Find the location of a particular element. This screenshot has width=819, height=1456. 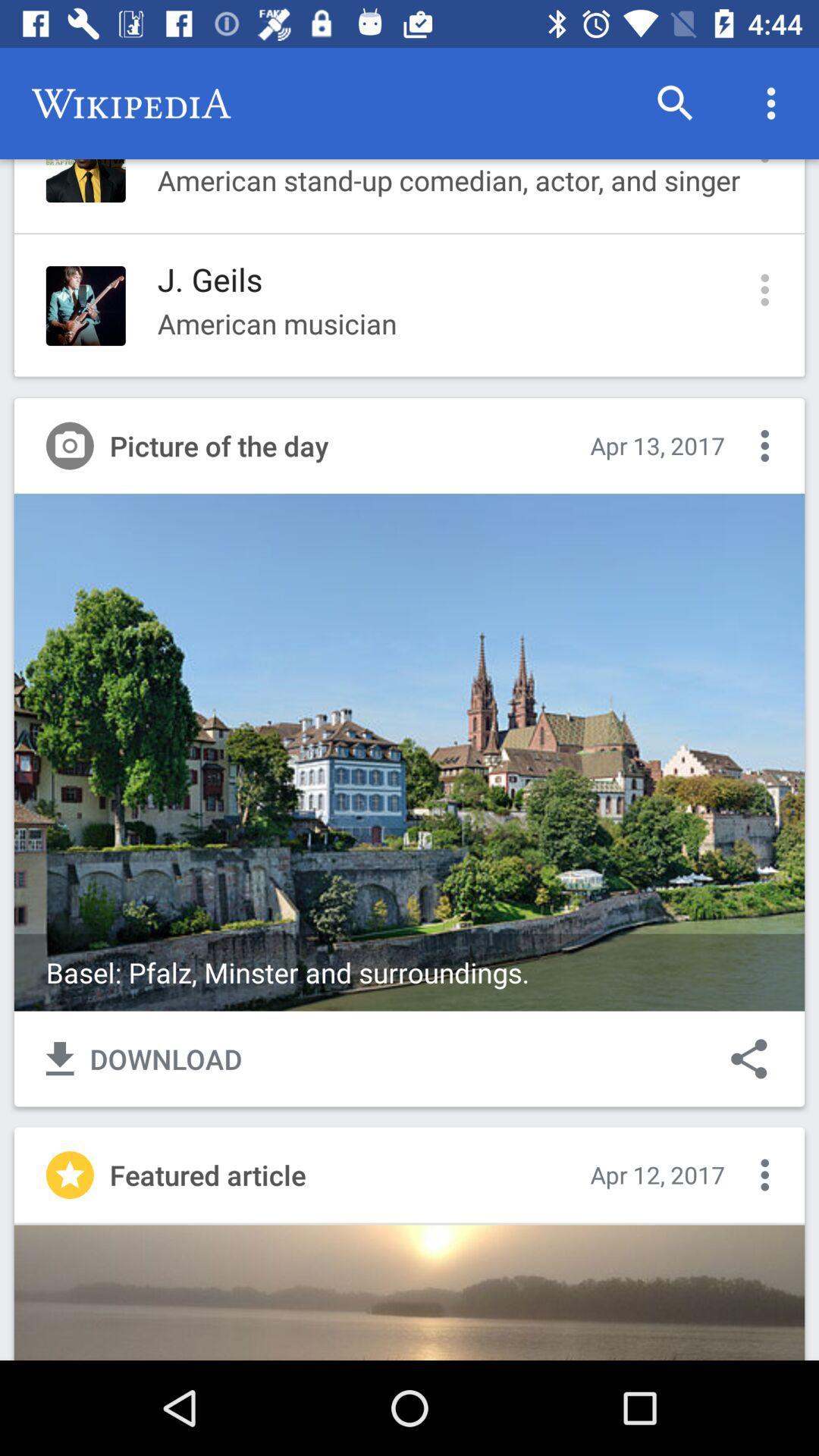

image which is below american musician is located at coordinates (409, 752).